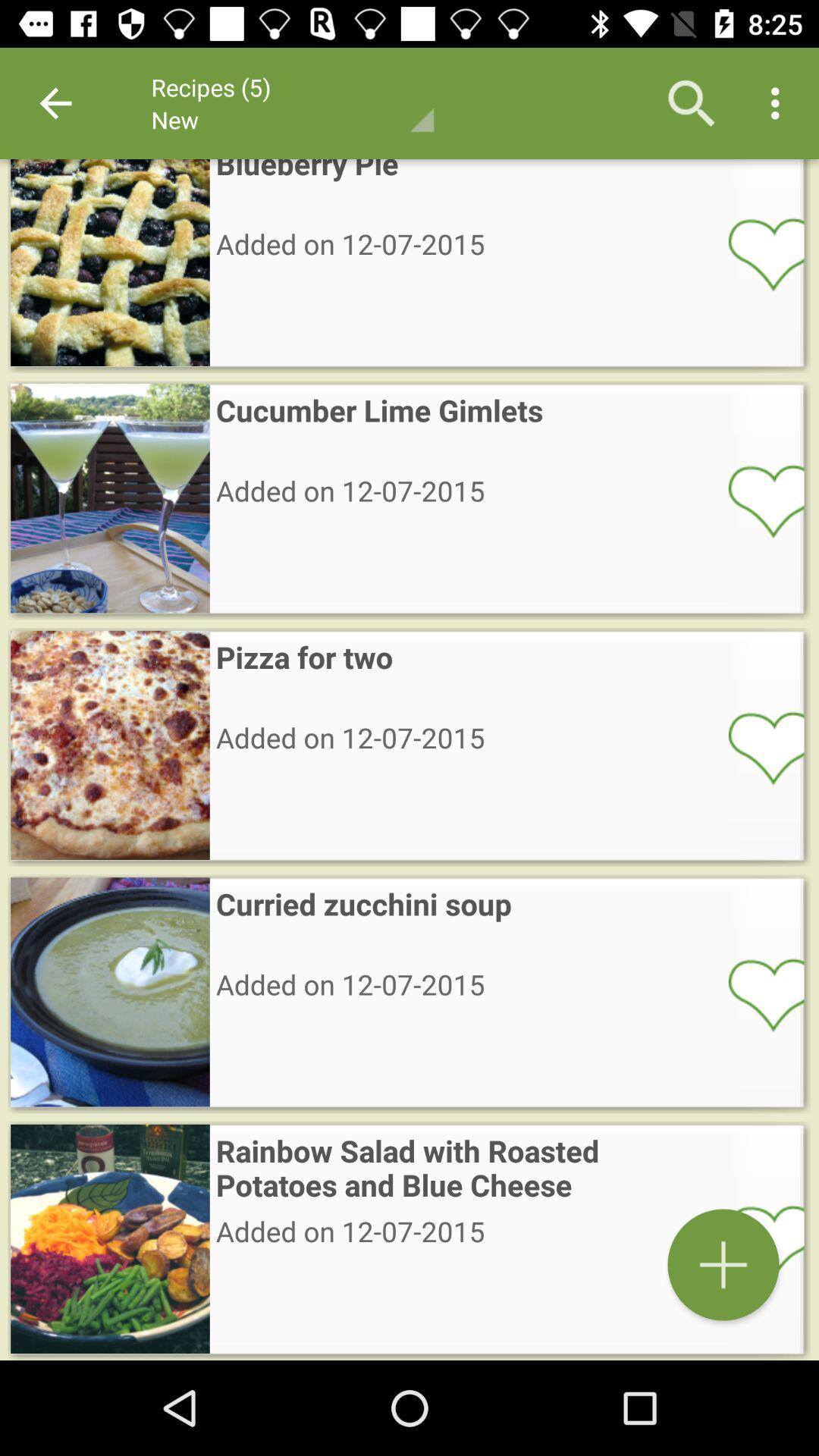 This screenshot has width=819, height=1456. I want to click on like or heart item, so click(756, 500).